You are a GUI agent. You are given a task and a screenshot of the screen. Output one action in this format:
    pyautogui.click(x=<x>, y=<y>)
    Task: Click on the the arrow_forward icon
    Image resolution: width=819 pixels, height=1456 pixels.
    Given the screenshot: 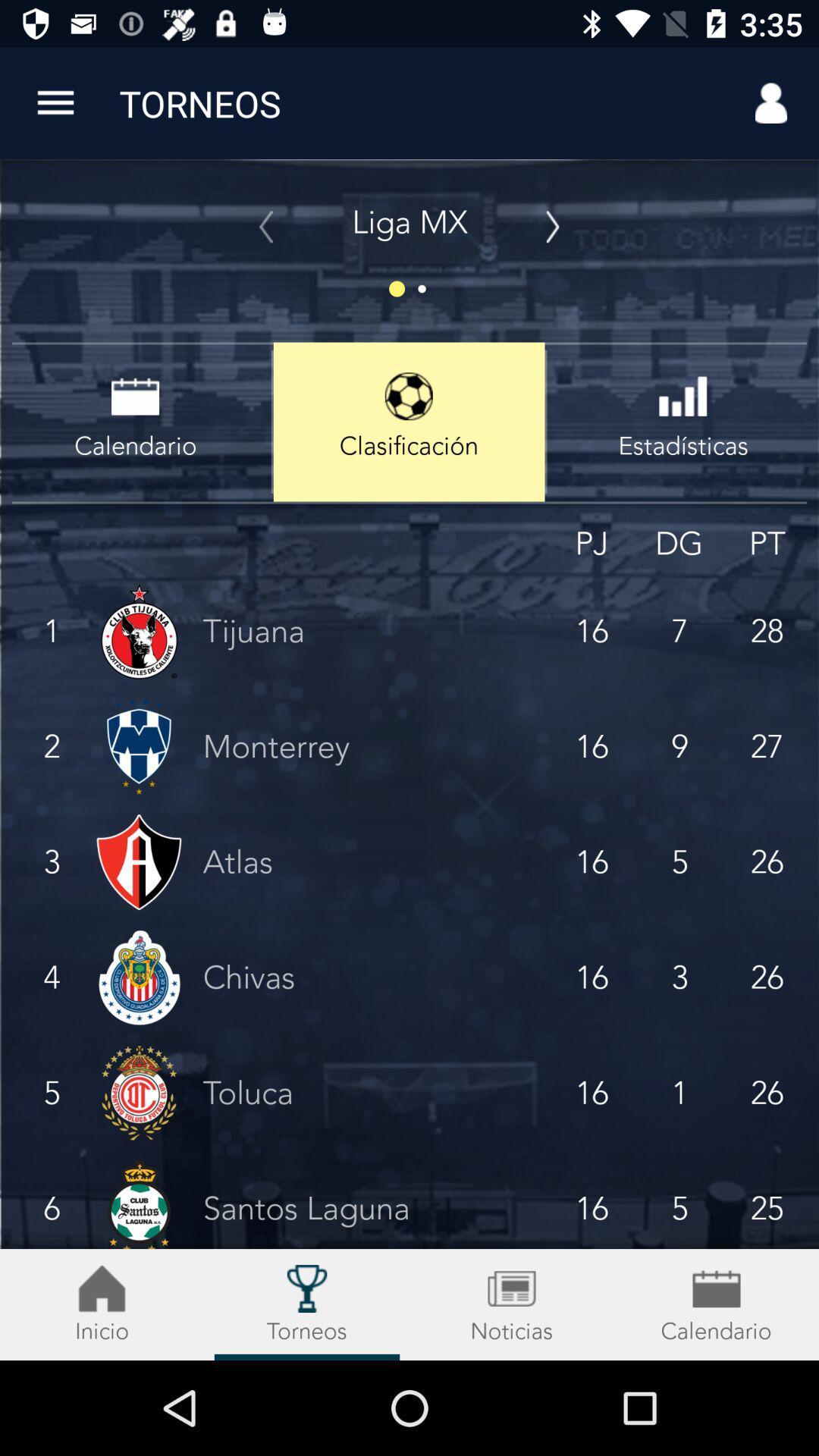 What is the action you would take?
    pyautogui.click(x=553, y=226)
    